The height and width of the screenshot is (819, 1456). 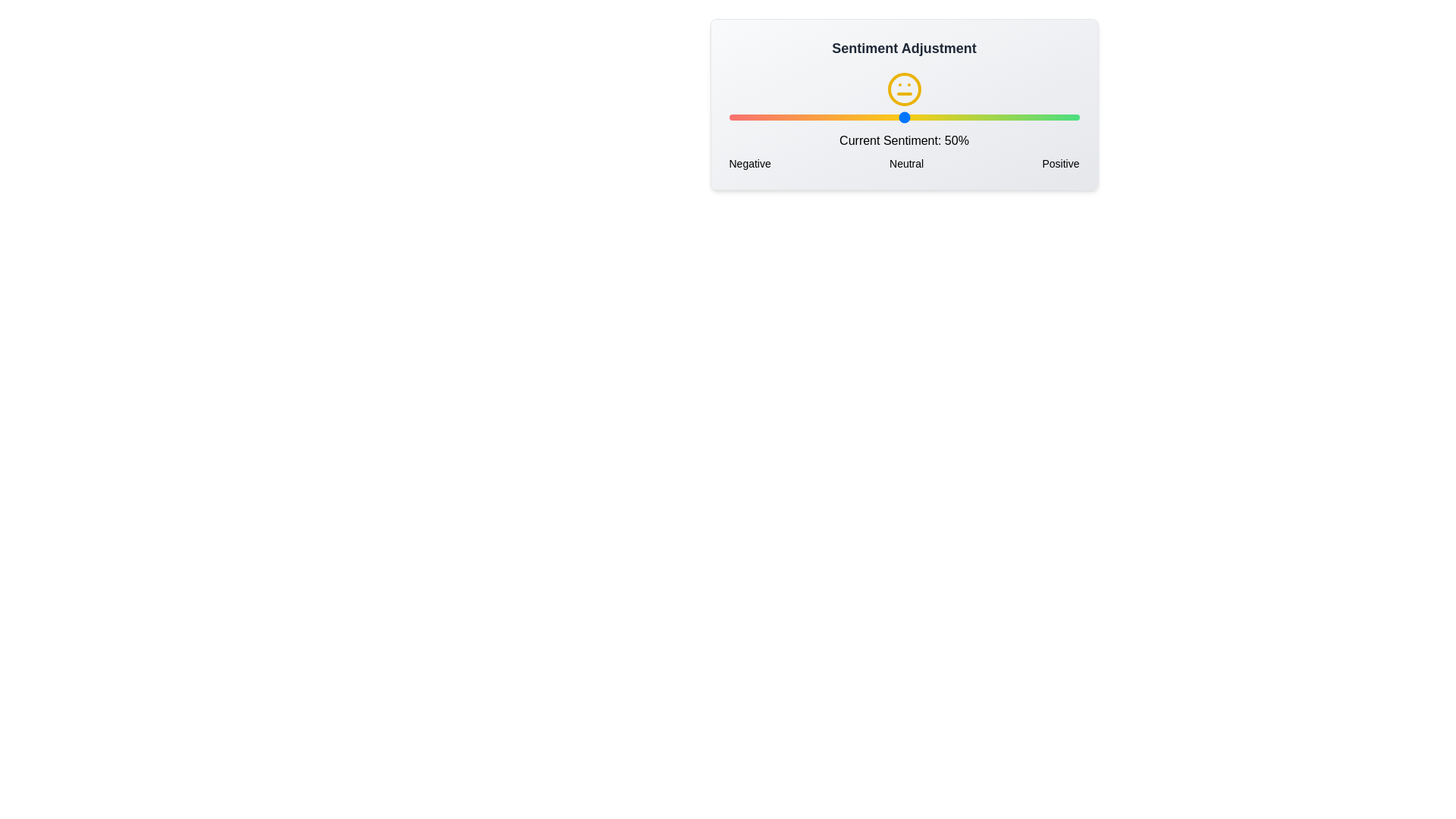 I want to click on the sentiment slider to 25%, so click(x=815, y=116).